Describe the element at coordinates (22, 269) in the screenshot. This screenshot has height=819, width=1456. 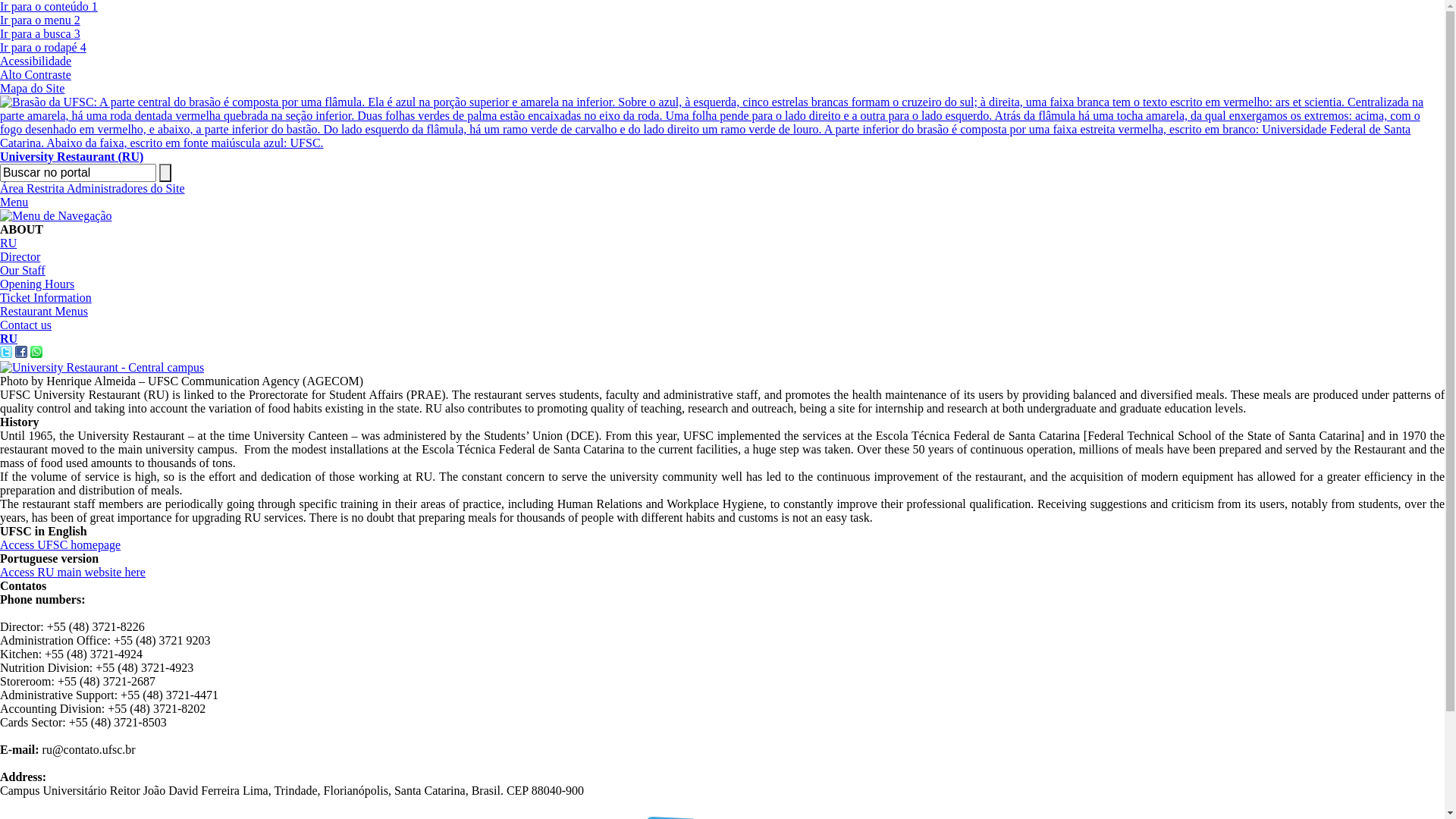
I see `'Our Staff'` at that location.